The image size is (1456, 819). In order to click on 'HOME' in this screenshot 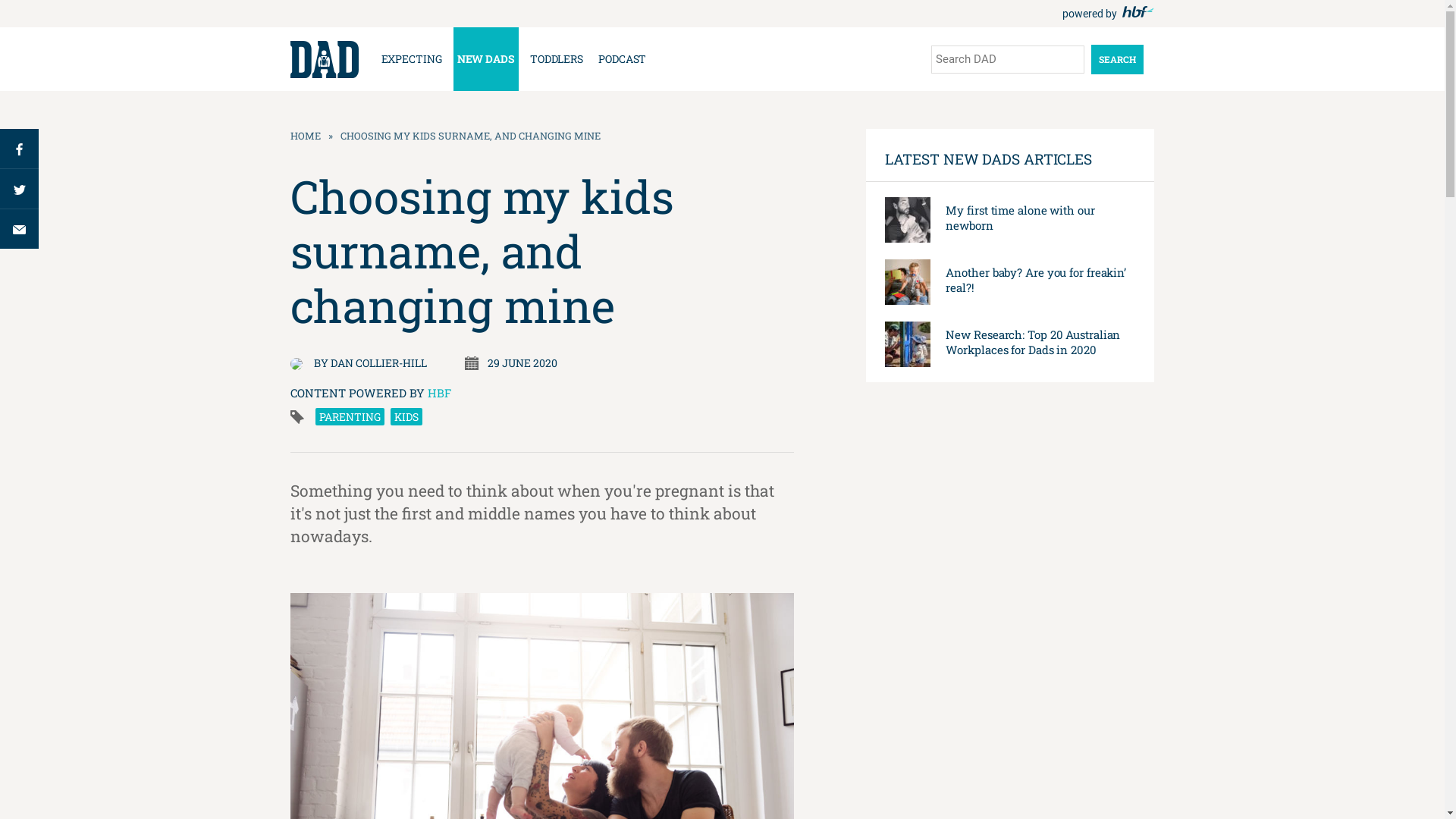, I will do `click(304, 134)`.